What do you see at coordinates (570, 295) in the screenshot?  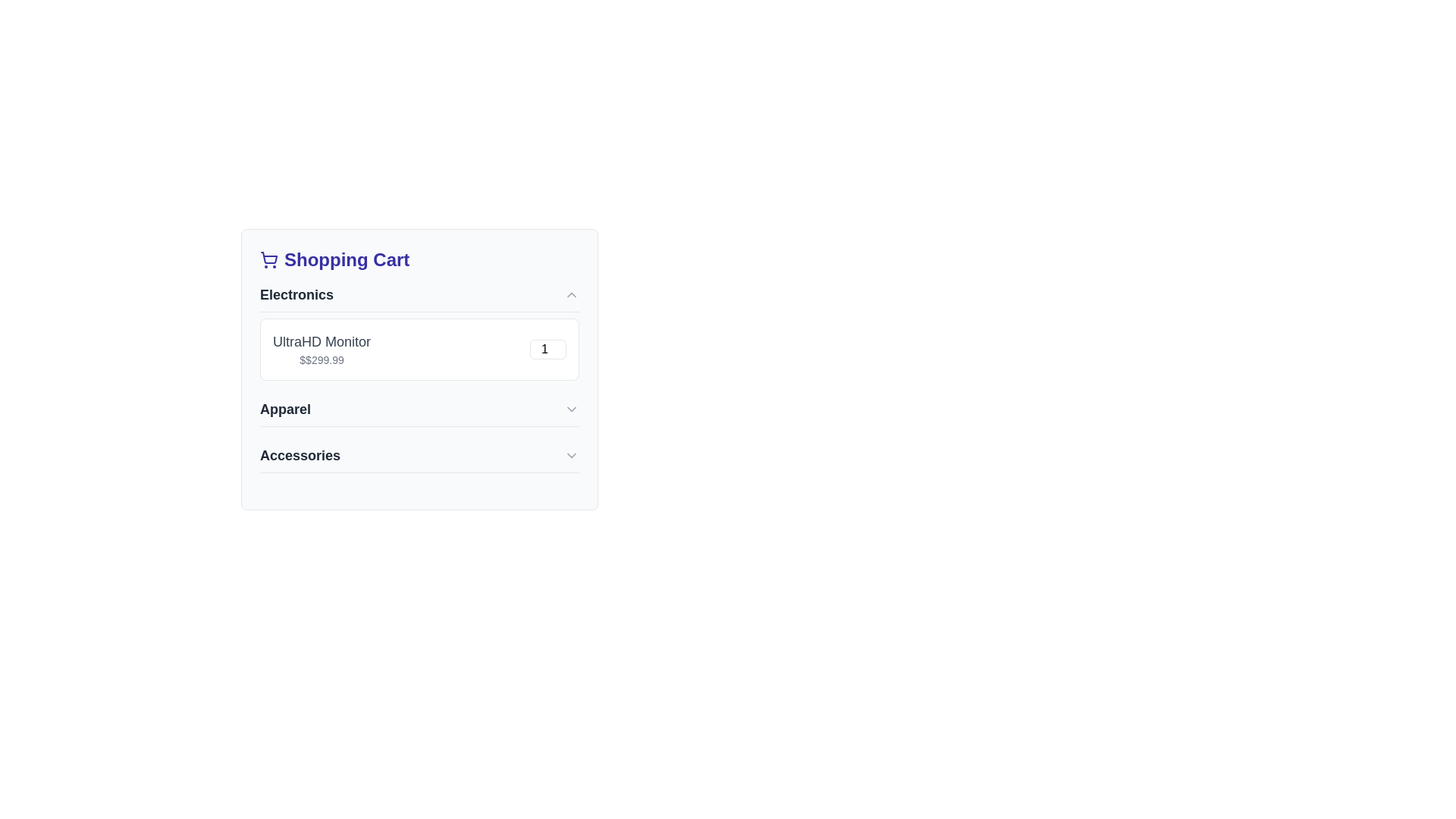 I see `the chevron icon located` at bounding box center [570, 295].